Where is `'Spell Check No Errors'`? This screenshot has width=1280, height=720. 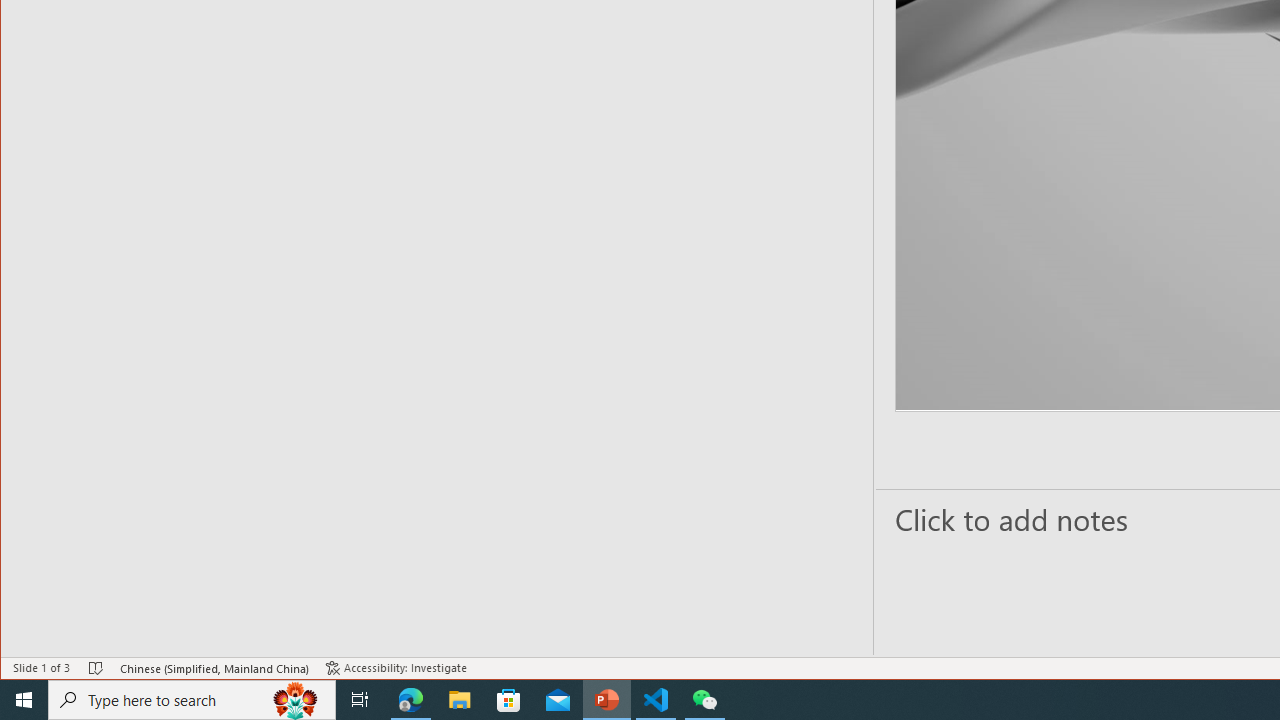
'Spell Check No Errors' is located at coordinates (95, 668).